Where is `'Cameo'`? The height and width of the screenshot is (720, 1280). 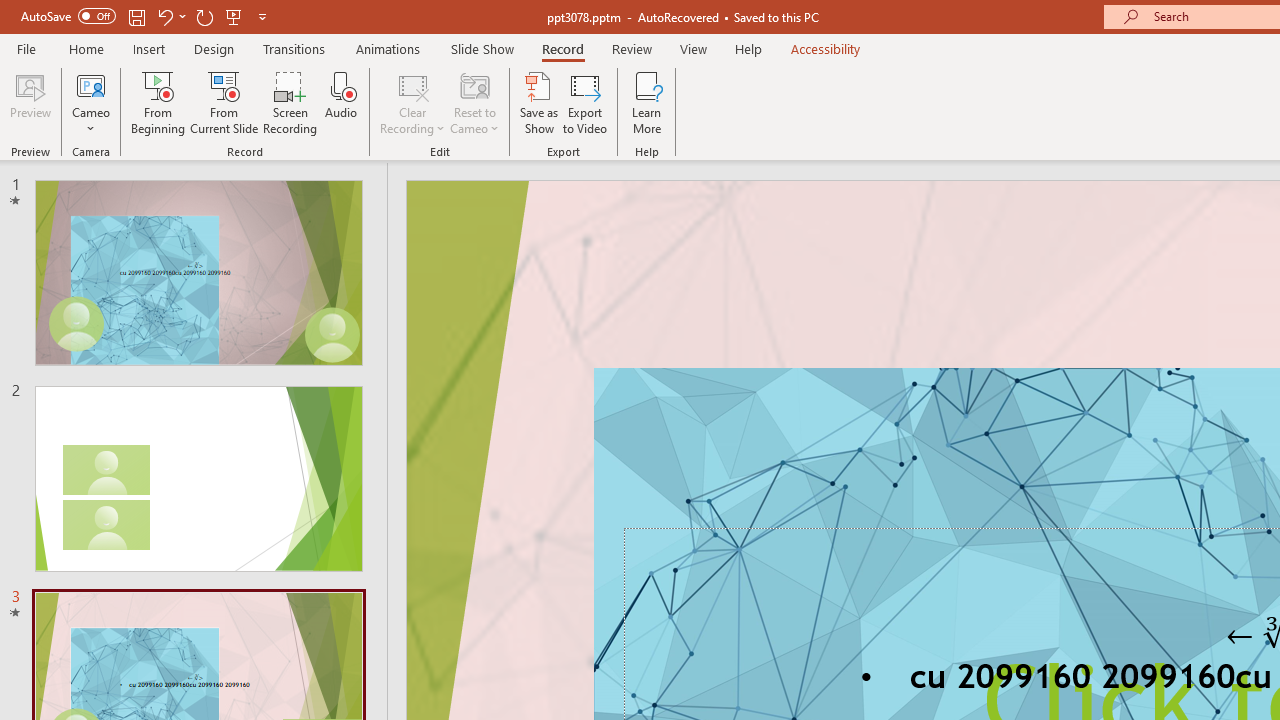 'Cameo' is located at coordinates (90, 84).